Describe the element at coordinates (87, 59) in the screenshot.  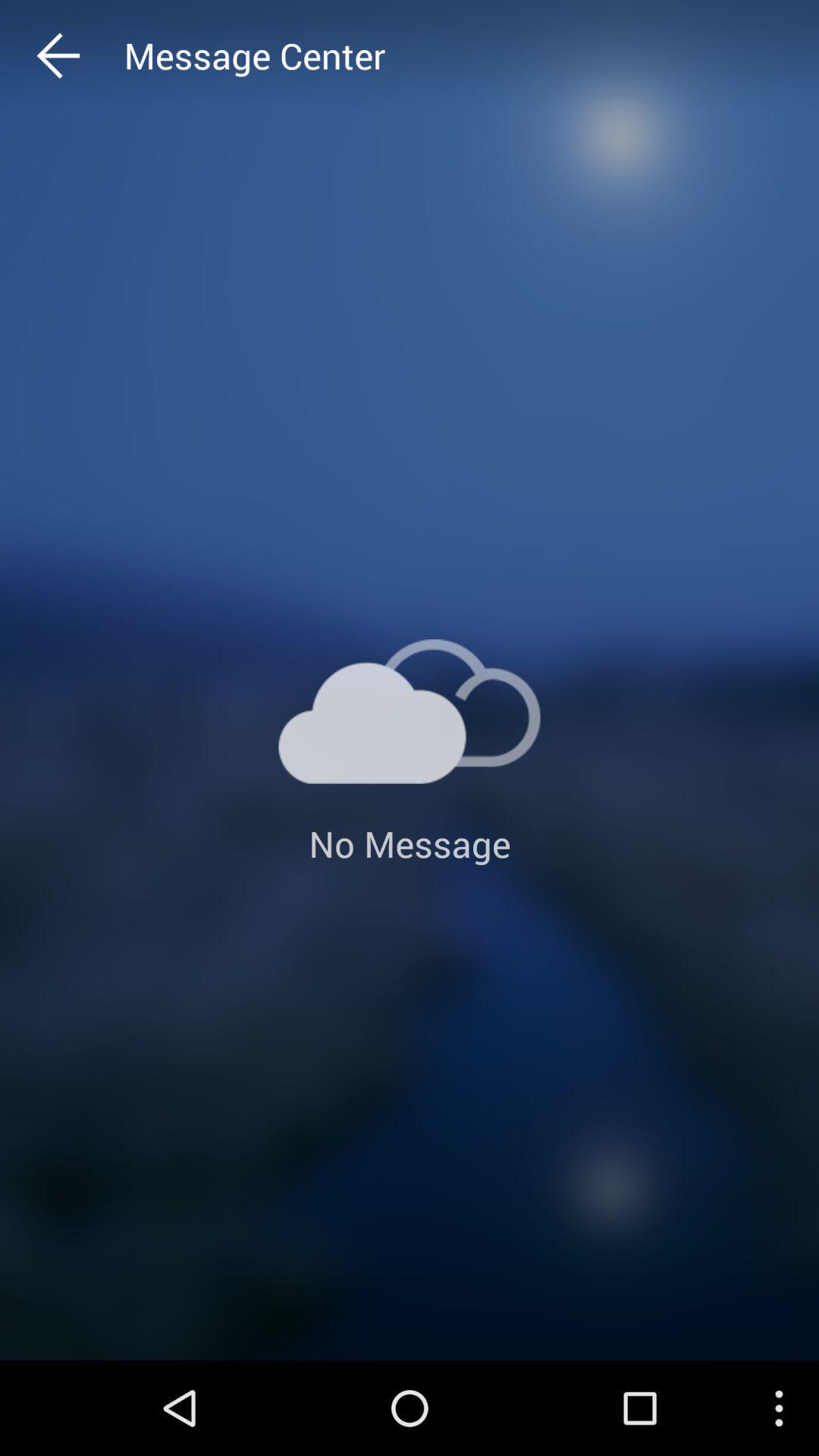
I see `the arrow_backward icon` at that location.